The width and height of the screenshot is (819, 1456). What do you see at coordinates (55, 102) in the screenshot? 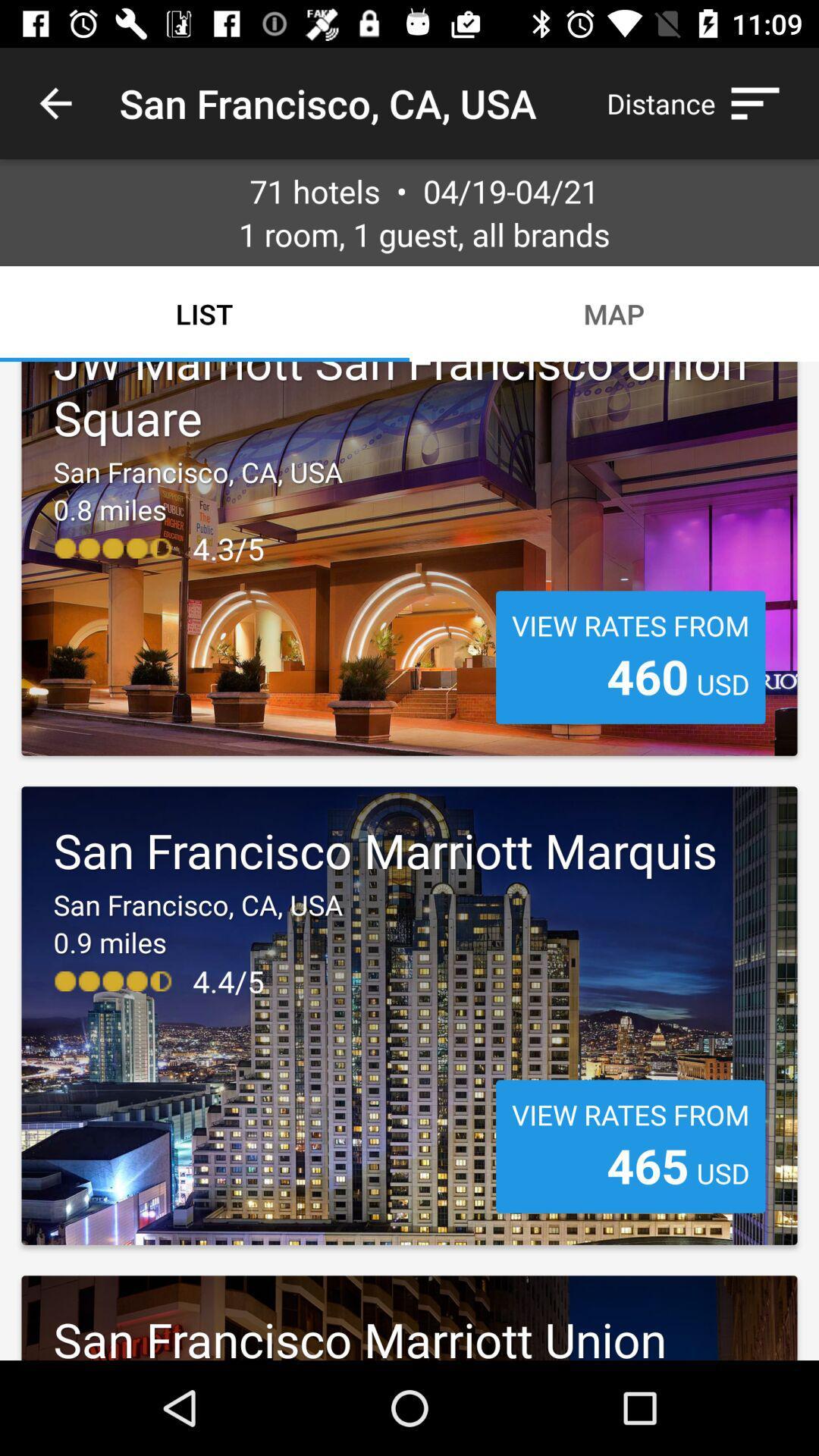
I see `icon next to san francisco ca item` at bounding box center [55, 102].